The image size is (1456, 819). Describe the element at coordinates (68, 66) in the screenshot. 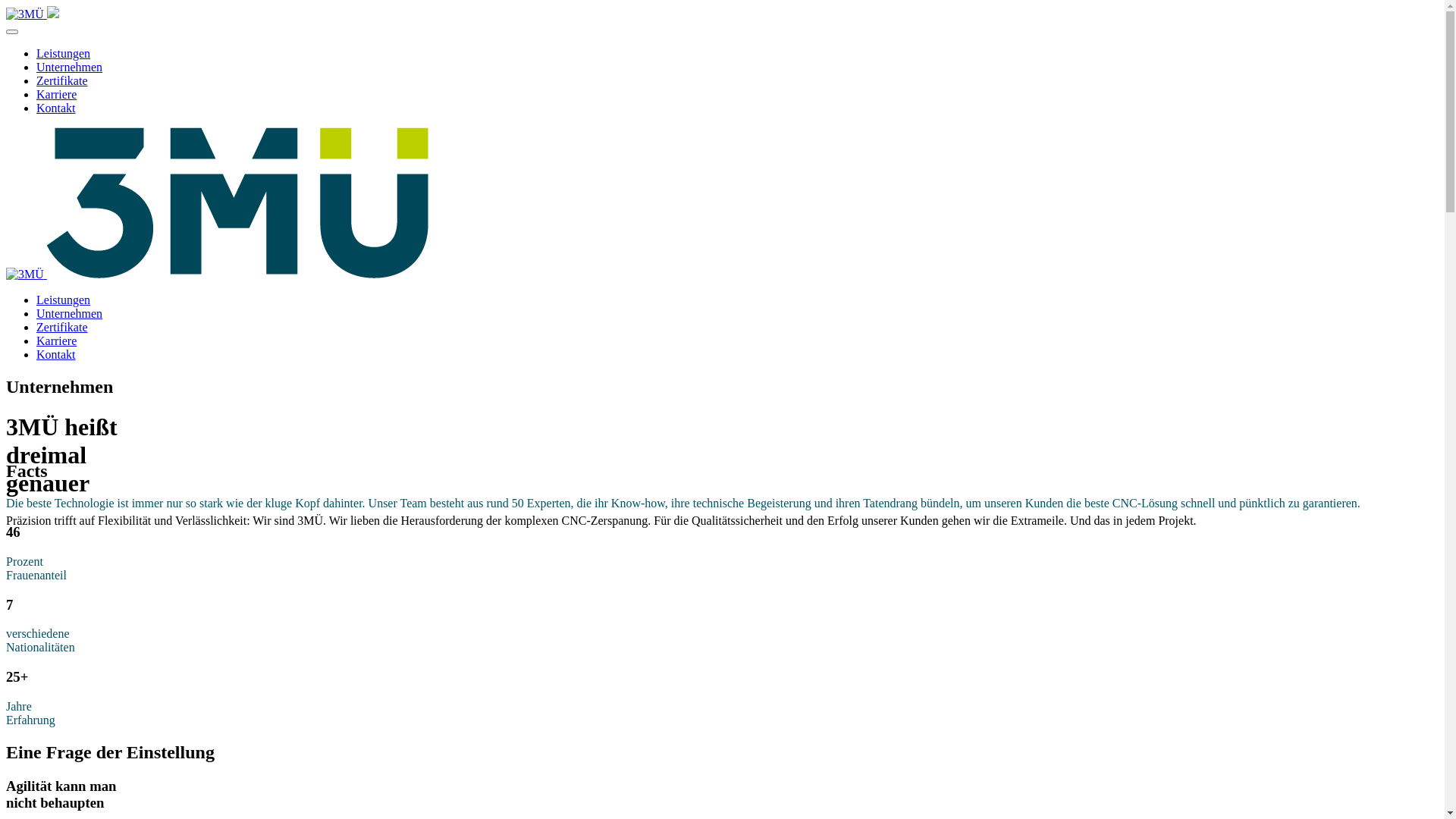

I see `'Unternehmen'` at that location.